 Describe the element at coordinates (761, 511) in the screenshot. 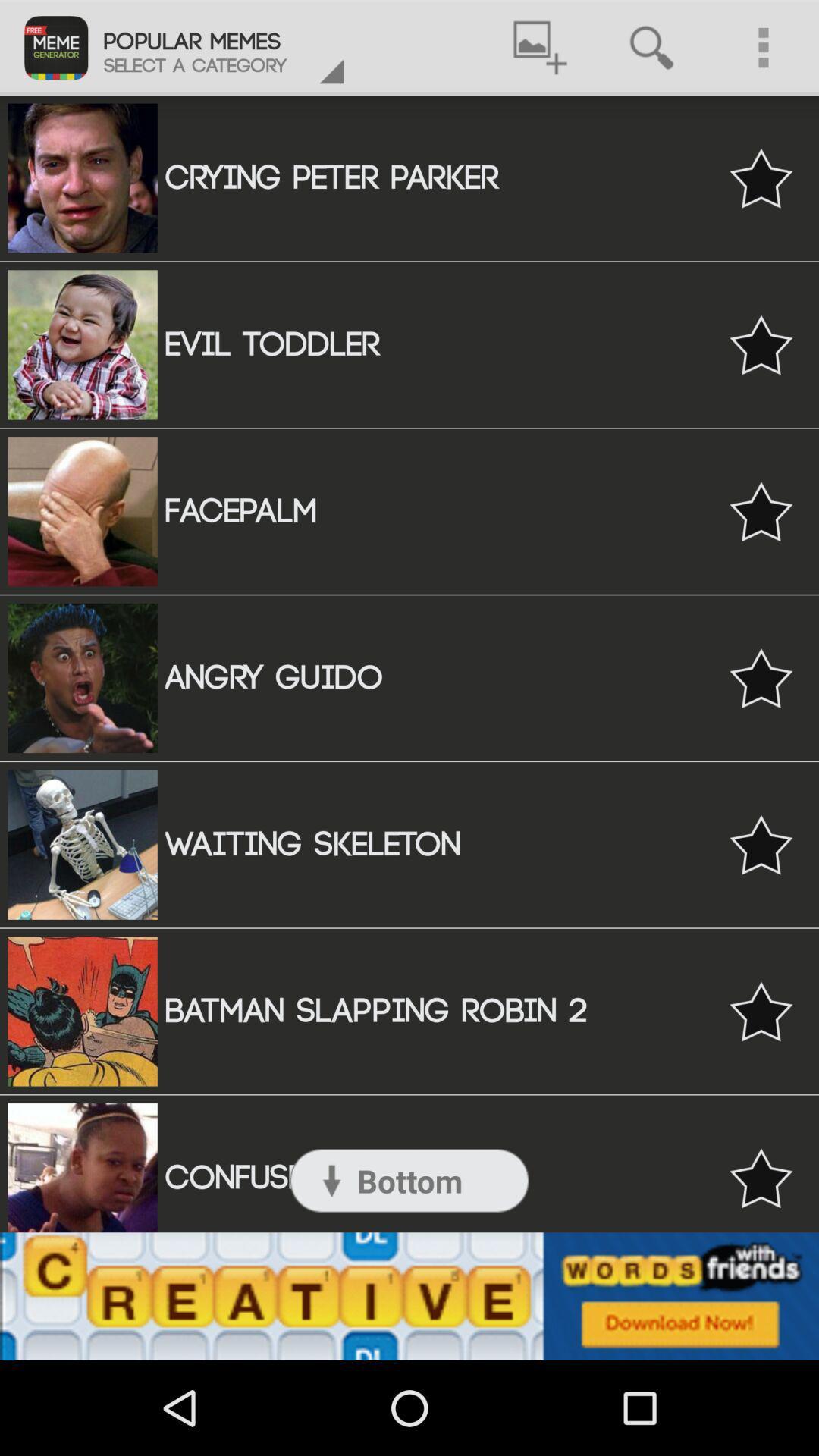

I see `choose this item` at that location.